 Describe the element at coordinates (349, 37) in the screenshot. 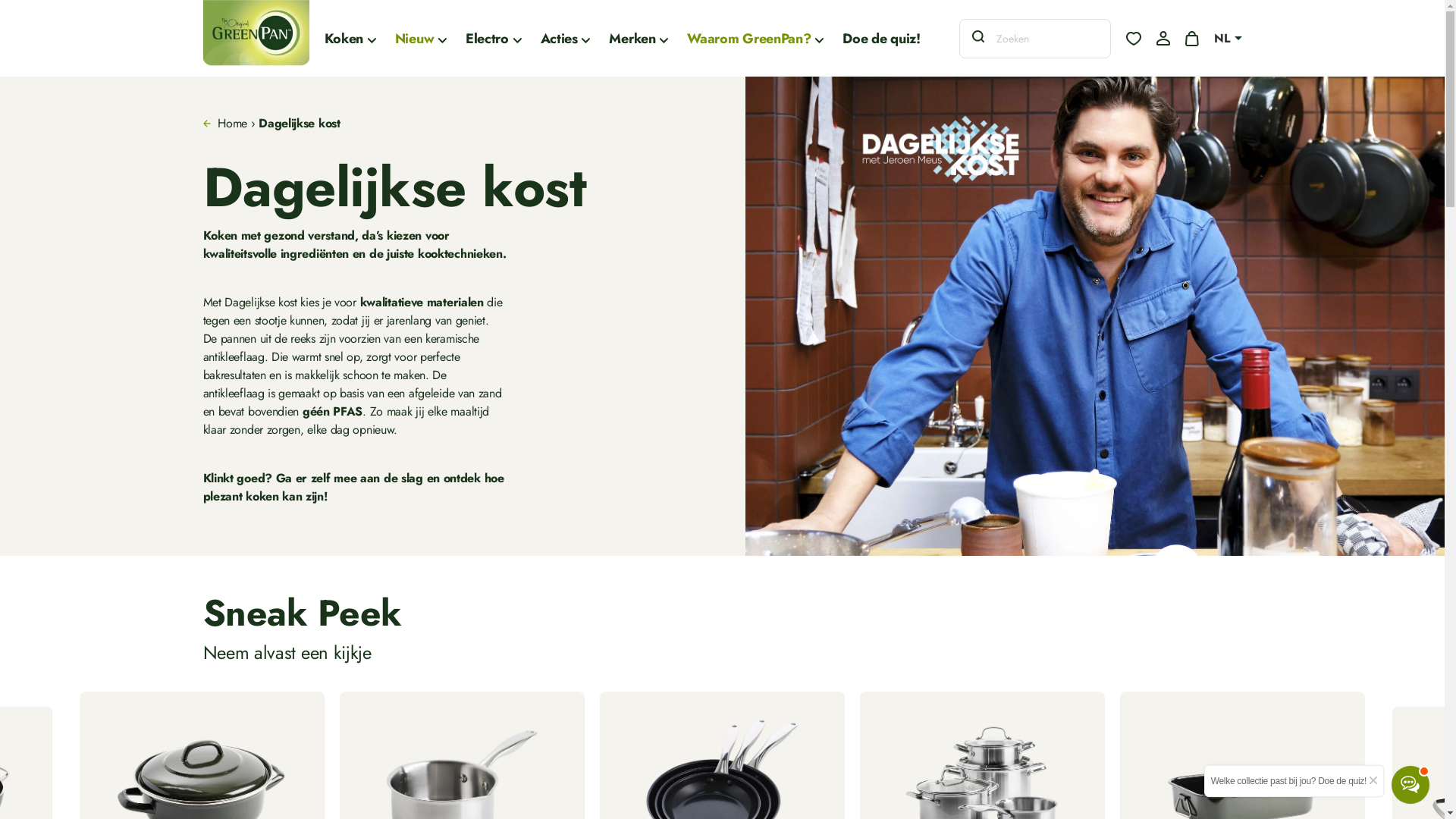

I see `'Koken'` at that location.